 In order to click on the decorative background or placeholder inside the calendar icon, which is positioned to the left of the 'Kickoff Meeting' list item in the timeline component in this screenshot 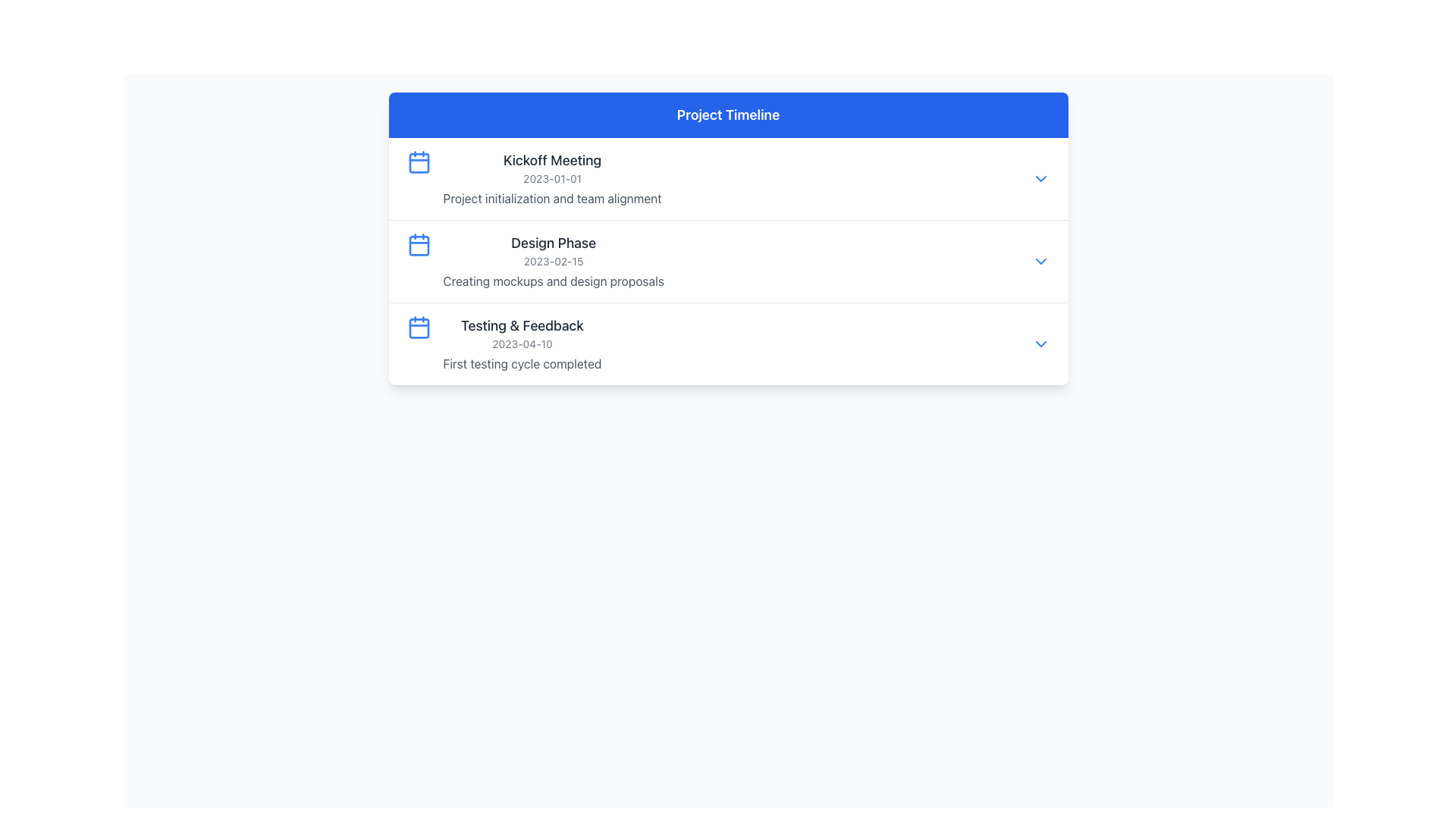, I will do `click(419, 163)`.